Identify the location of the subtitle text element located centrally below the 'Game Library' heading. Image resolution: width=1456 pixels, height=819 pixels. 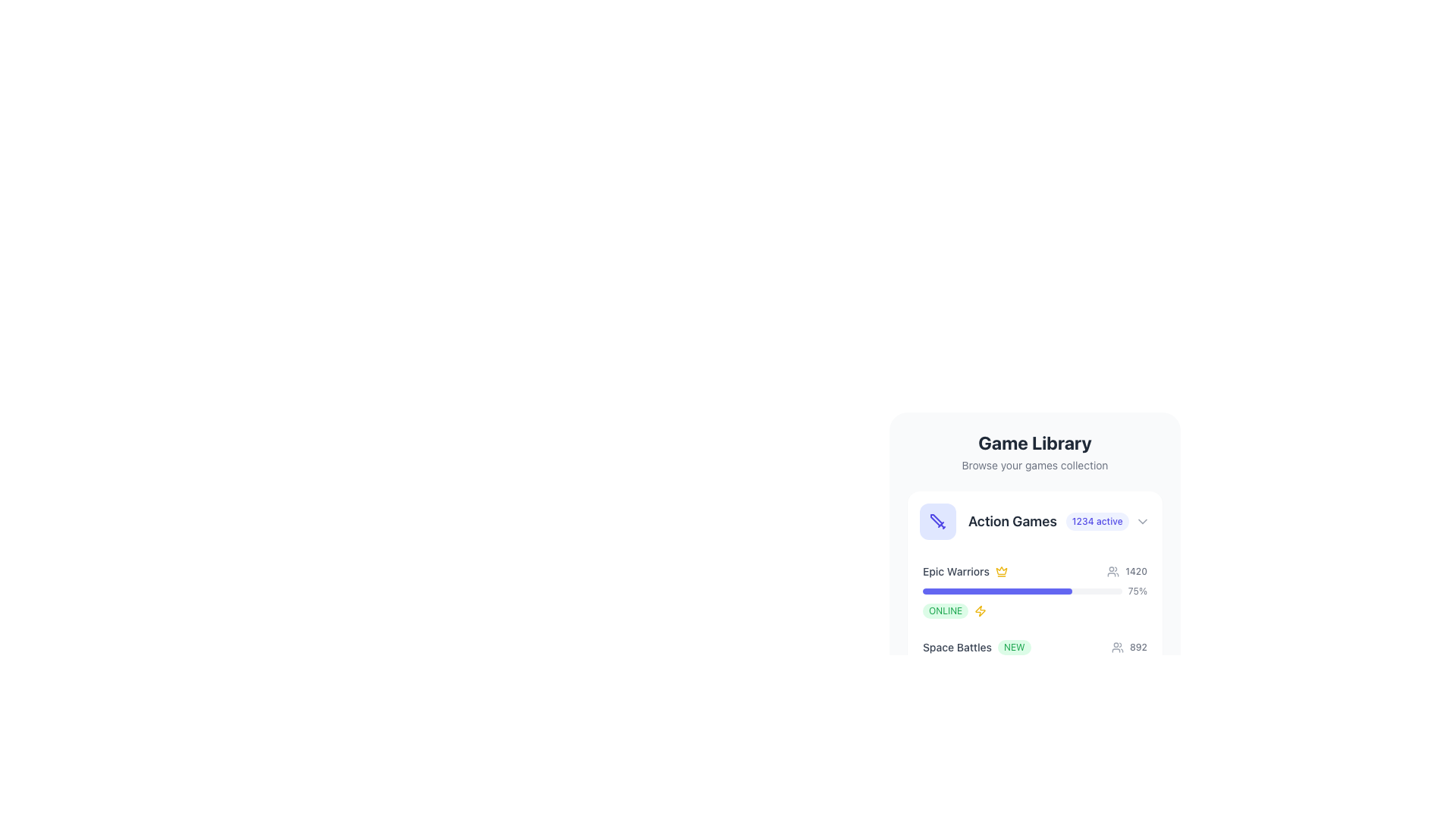
(1034, 464).